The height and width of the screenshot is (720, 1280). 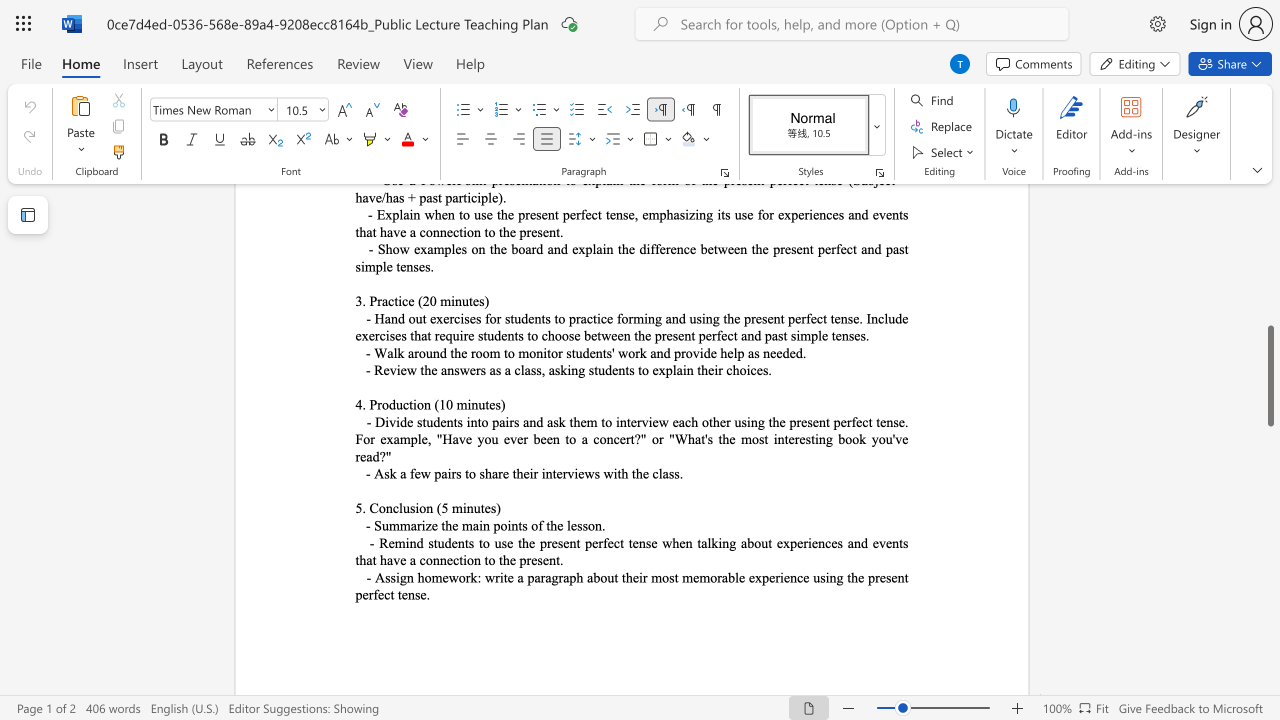 What do you see at coordinates (840, 421) in the screenshot?
I see `the space between the continuous character "p" and "e" in the text` at bounding box center [840, 421].